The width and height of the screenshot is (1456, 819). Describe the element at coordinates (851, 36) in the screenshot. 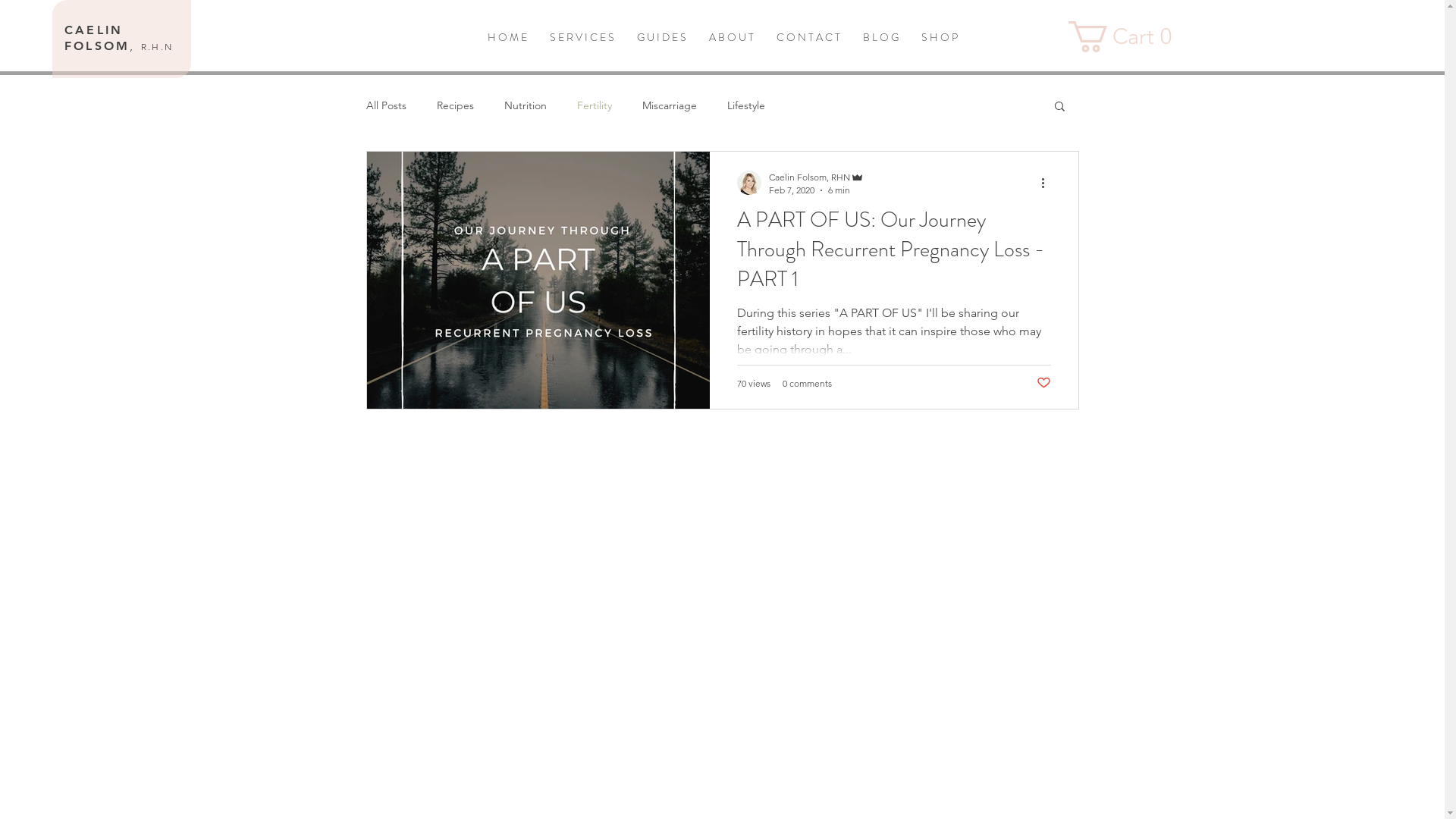

I see `'B L O G'` at that location.